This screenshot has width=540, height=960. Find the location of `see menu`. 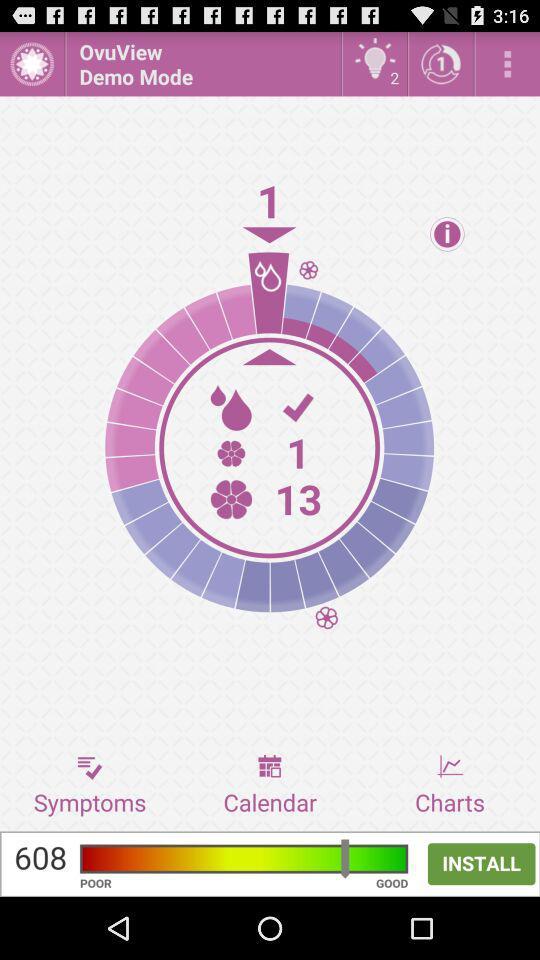

see menu is located at coordinates (507, 63).